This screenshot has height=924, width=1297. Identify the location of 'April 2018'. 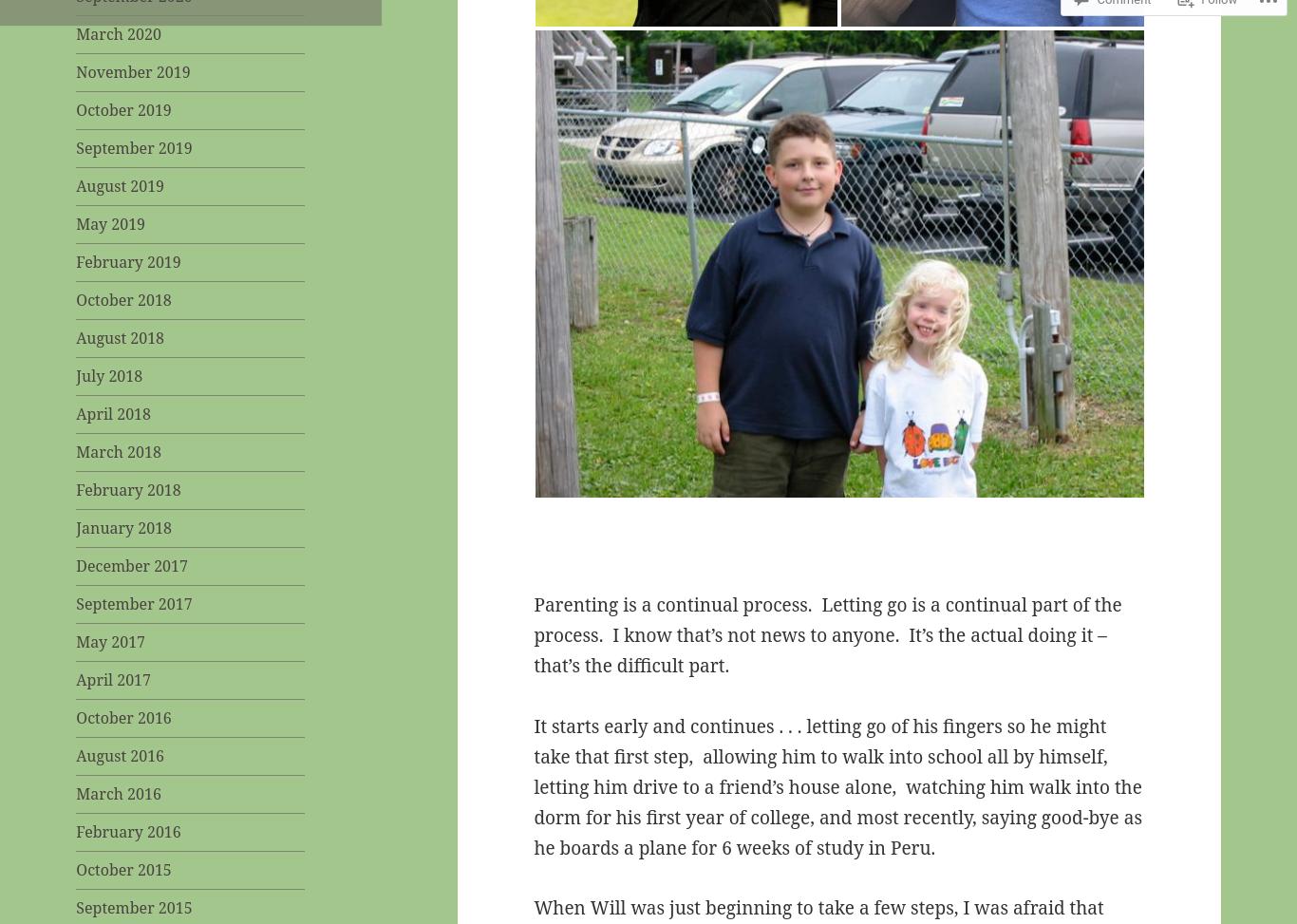
(112, 414).